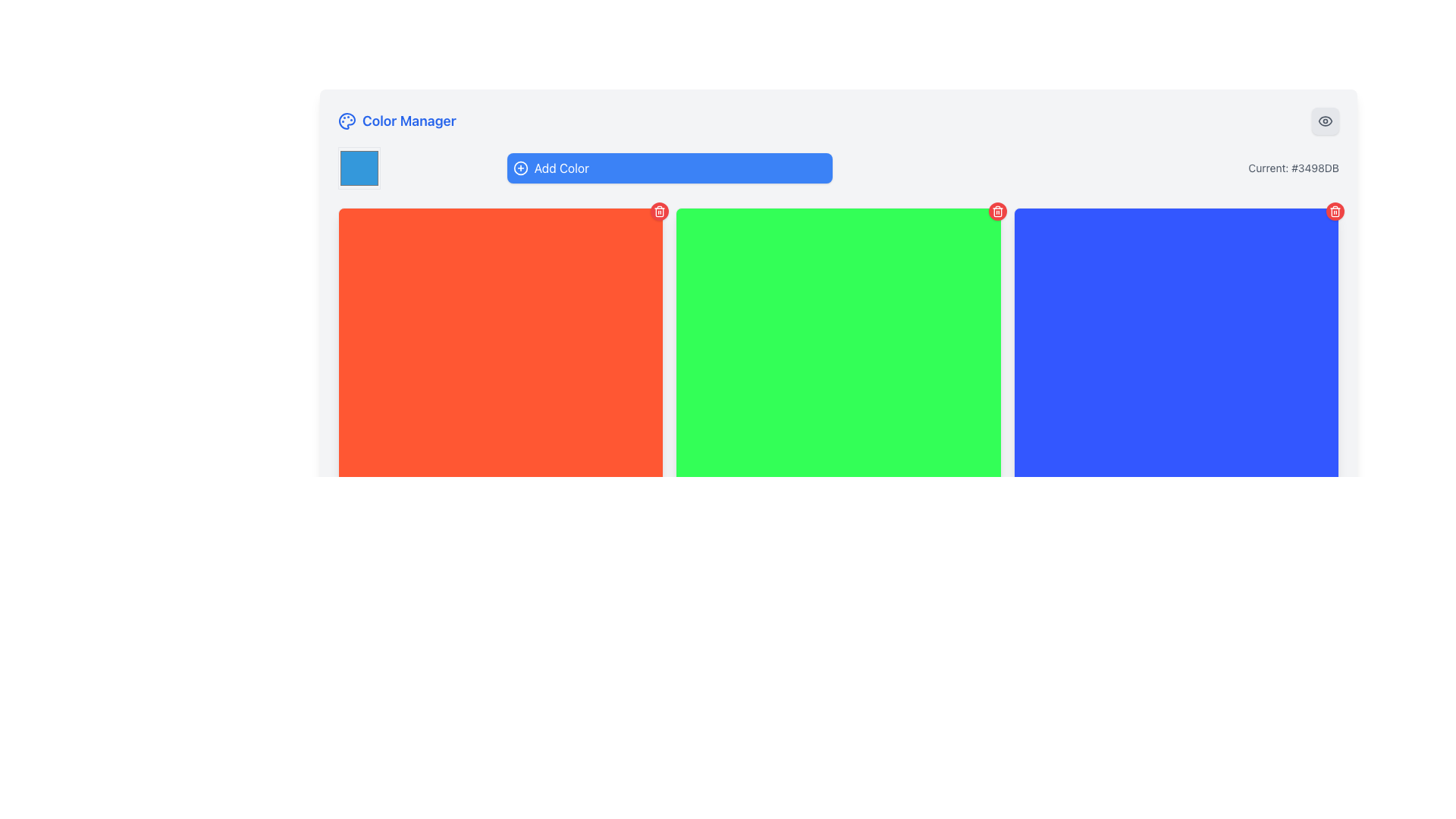 This screenshot has height=819, width=1456. Describe the element at coordinates (1324, 120) in the screenshot. I see `the button located in the top right corner of the interface` at that location.